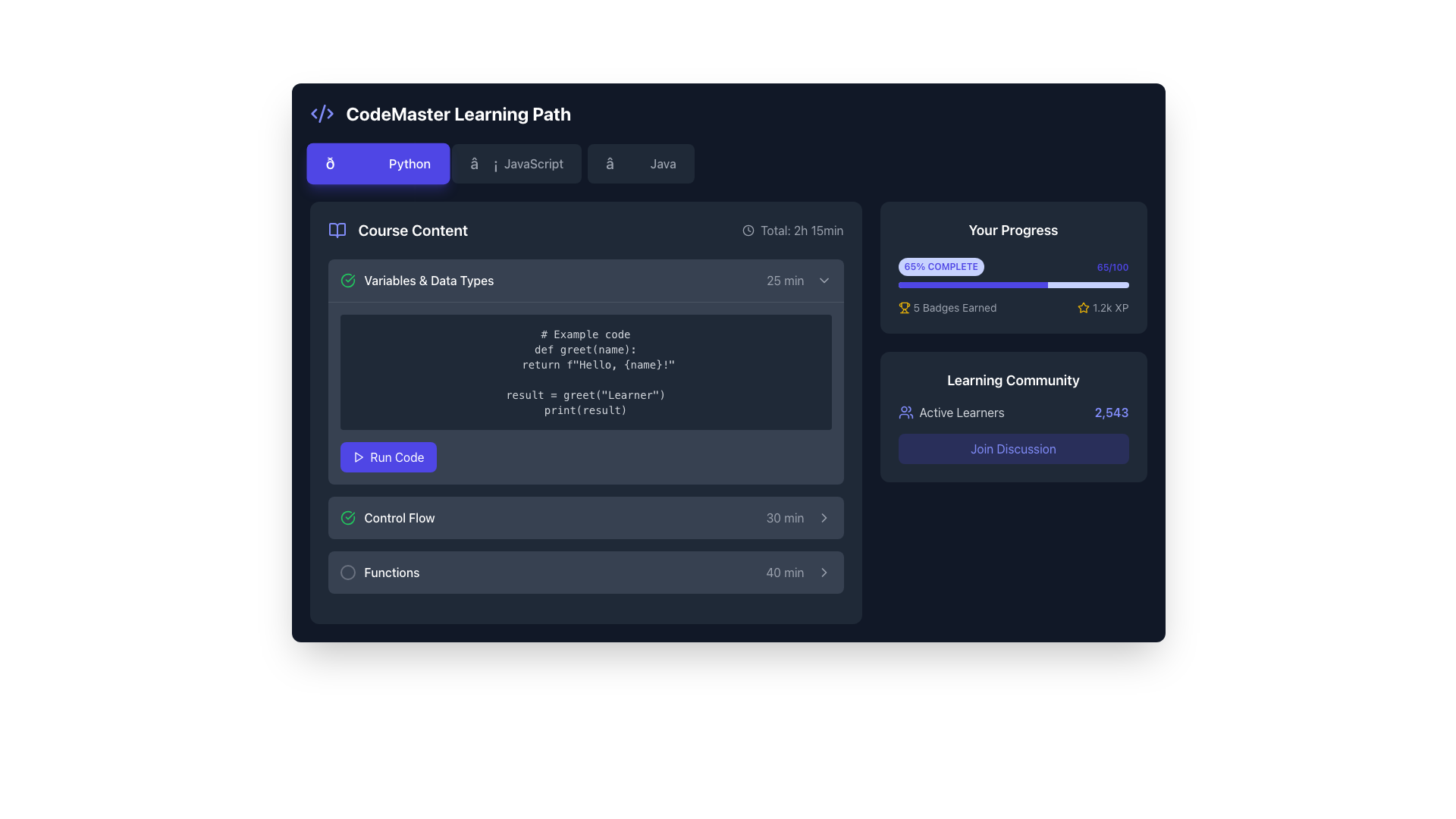 The image size is (1456, 819). What do you see at coordinates (397, 231) in the screenshot?
I see `the Section heading with an open book icon and the text 'Course Content', which is located in the top-left section of the main course layout` at bounding box center [397, 231].